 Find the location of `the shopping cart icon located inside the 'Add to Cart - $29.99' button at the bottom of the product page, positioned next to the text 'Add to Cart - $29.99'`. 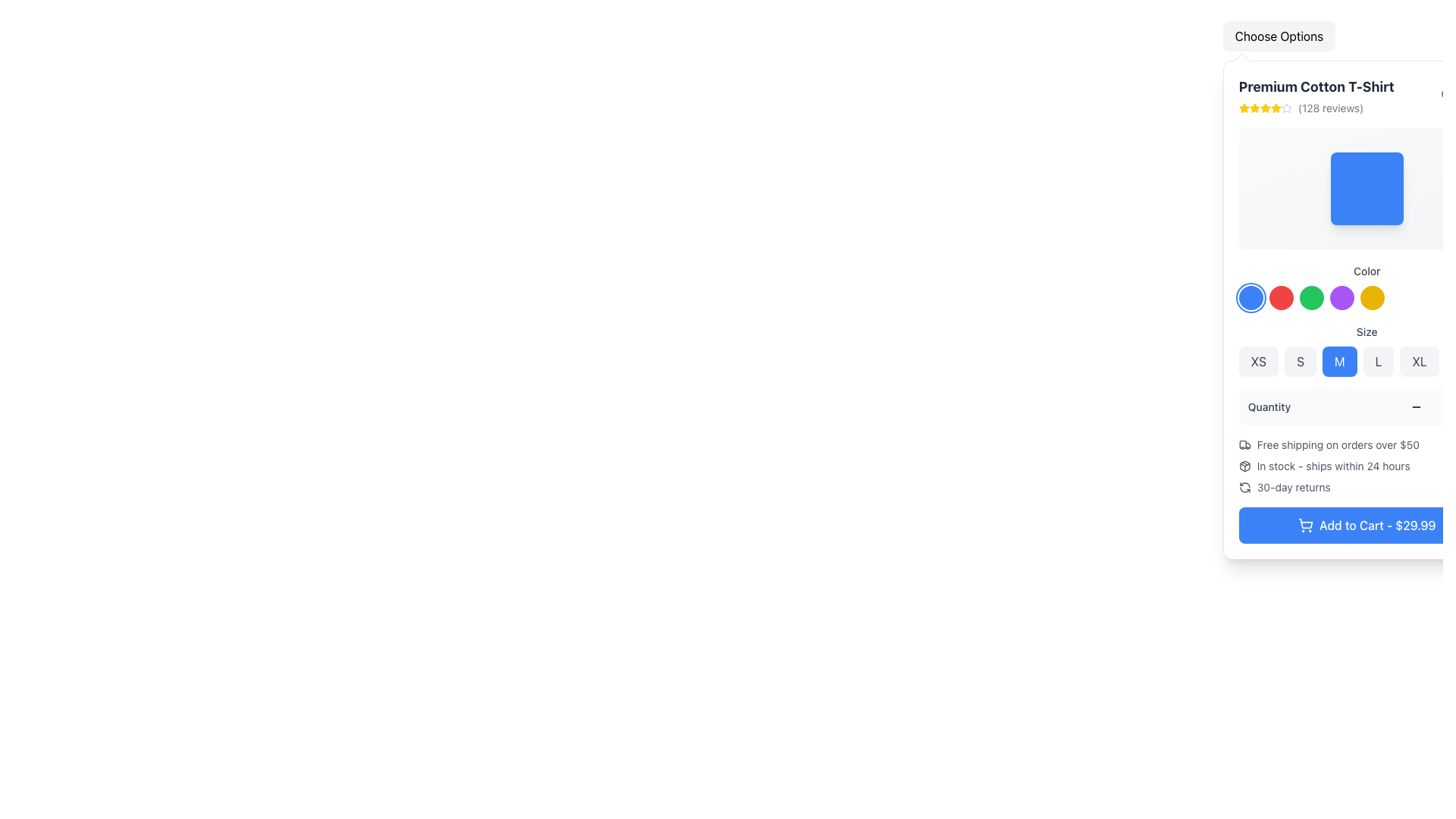

the shopping cart icon located inside the 'Add to Cart - $29.99' button at the bottom of the product page, positioned next to the text 'Add to Cart - $29.99' is located at coordinates (1305, 525).